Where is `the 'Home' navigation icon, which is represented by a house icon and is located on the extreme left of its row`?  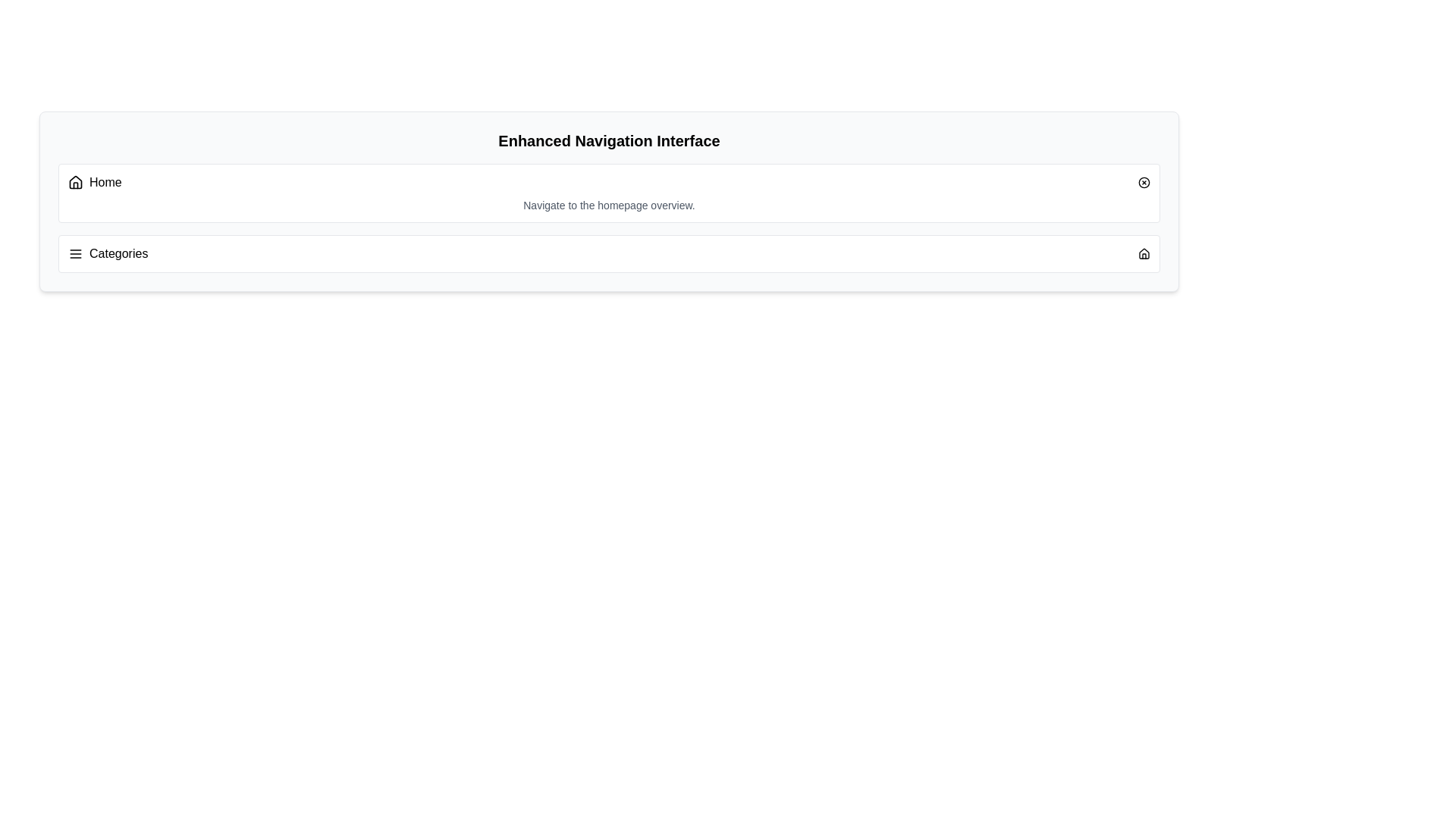
the 'Home' navigation icon, which is represented by a house icon and is located on the extreme left of its row is located at coordinates (75, 181).